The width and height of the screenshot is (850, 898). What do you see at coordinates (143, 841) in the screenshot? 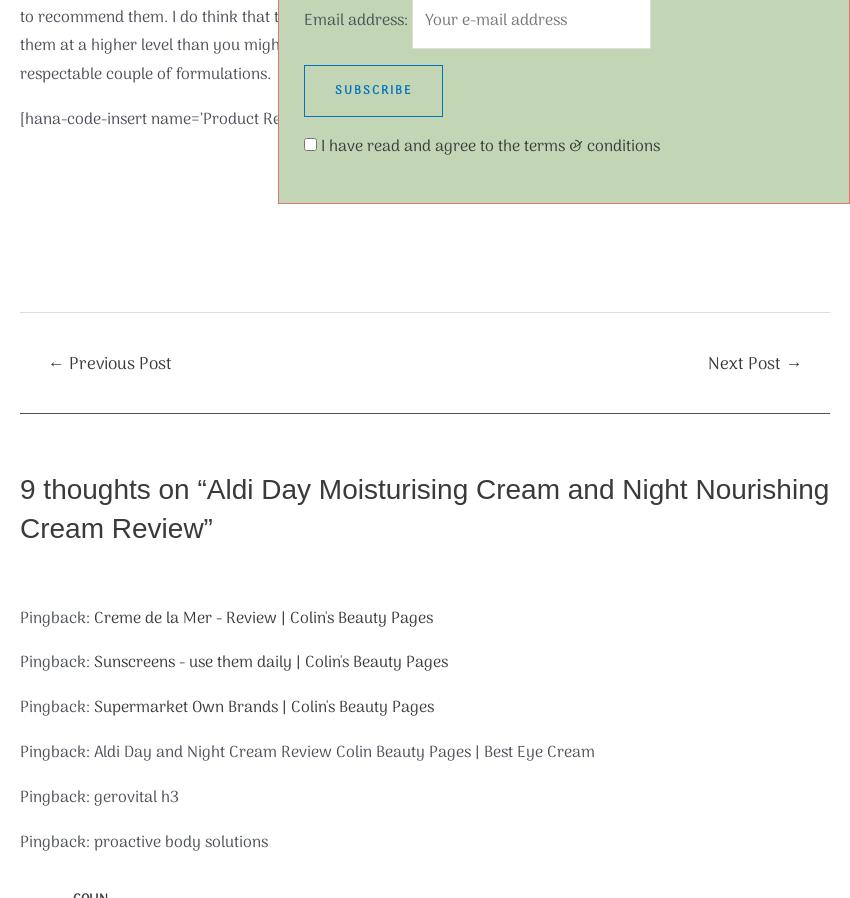
I see `'Pingback: proactive body solutions'` at bounding box center [143, 841].